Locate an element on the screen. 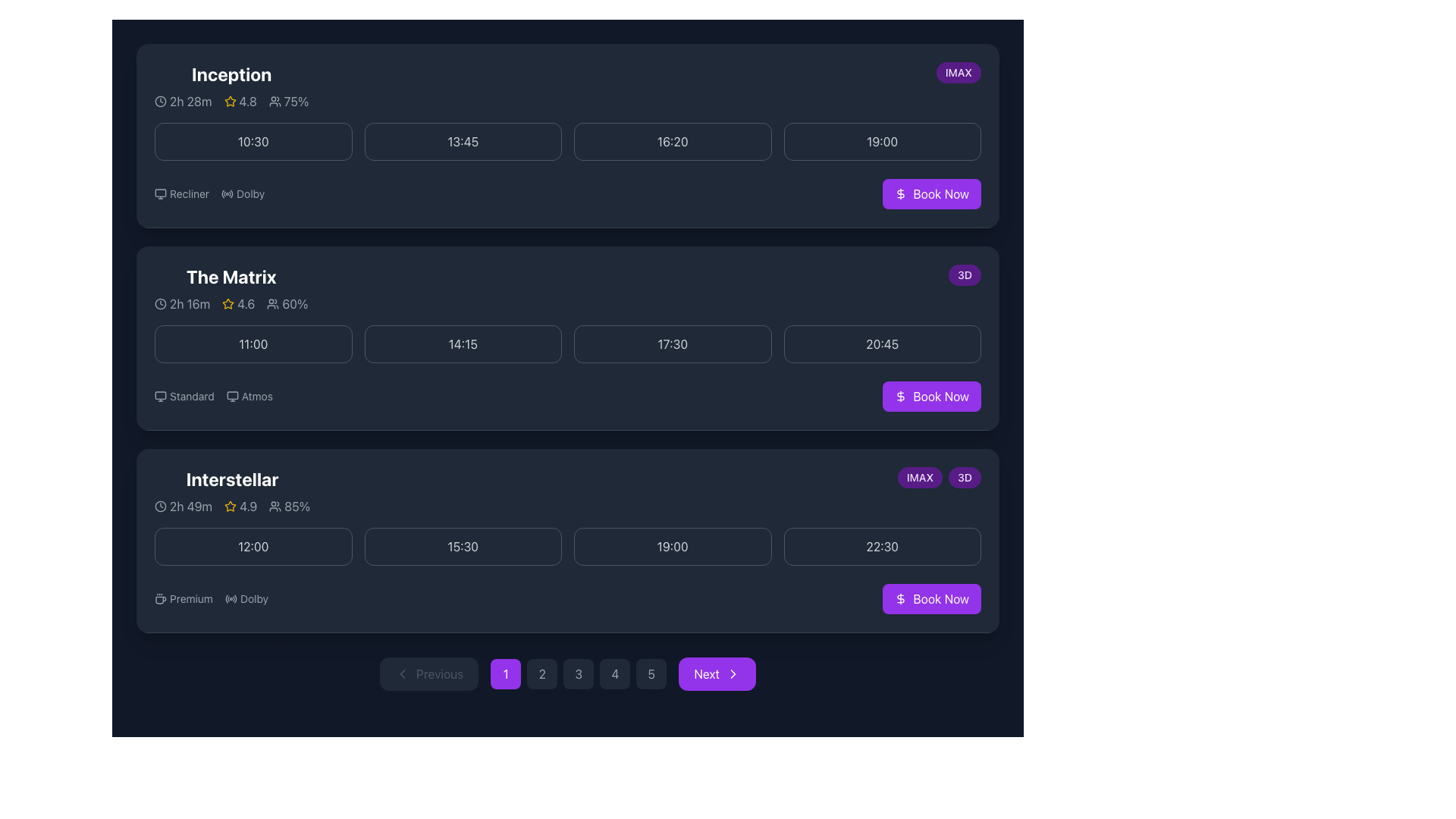 This screenshot has width=1456, height=819. the first button in the grid layout that serves as a selection interface for choosing a time is located at coordinates (253, 141).